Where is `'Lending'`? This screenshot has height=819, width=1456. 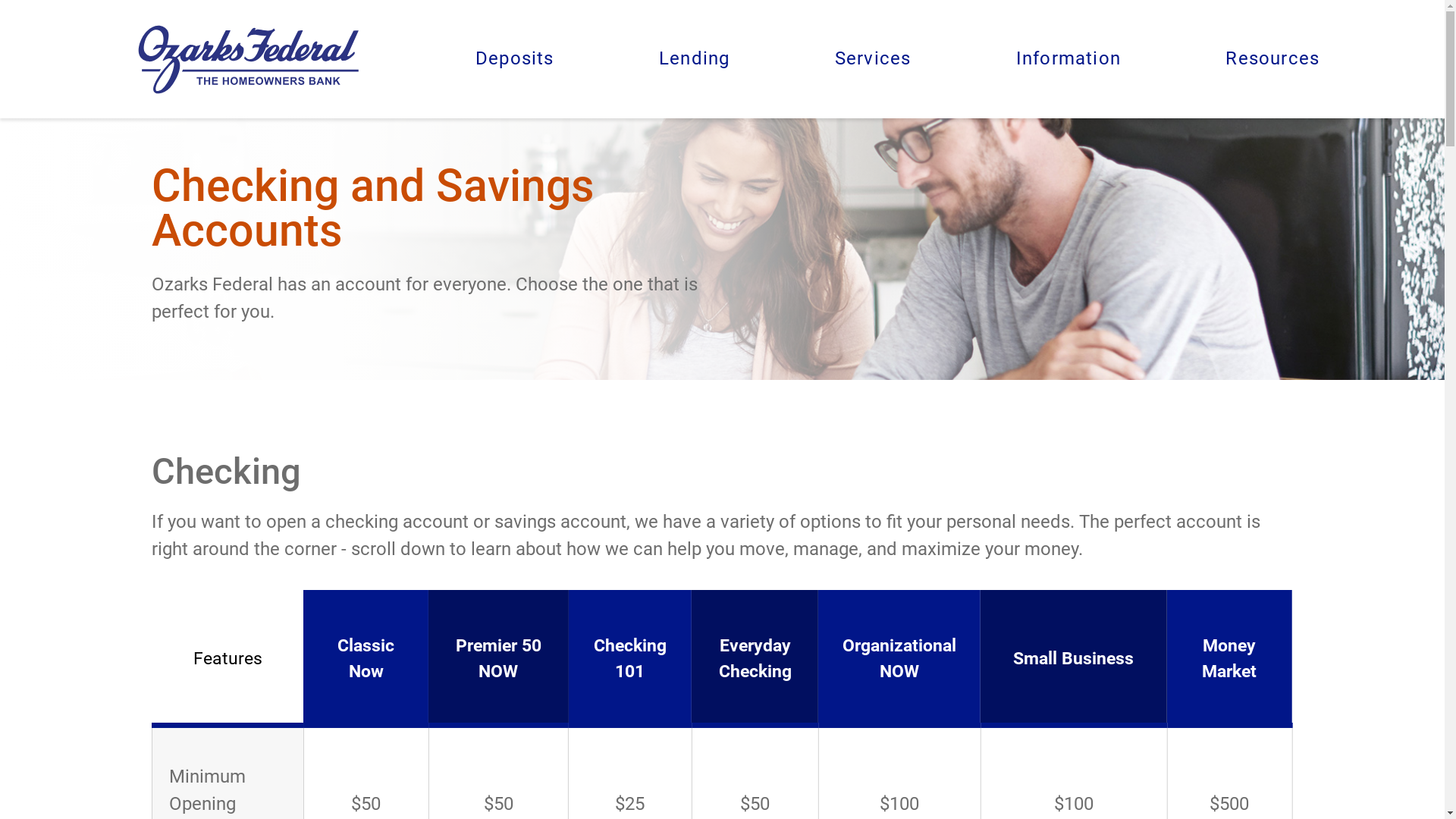 'Lending' is located at coordinates (693, 58).